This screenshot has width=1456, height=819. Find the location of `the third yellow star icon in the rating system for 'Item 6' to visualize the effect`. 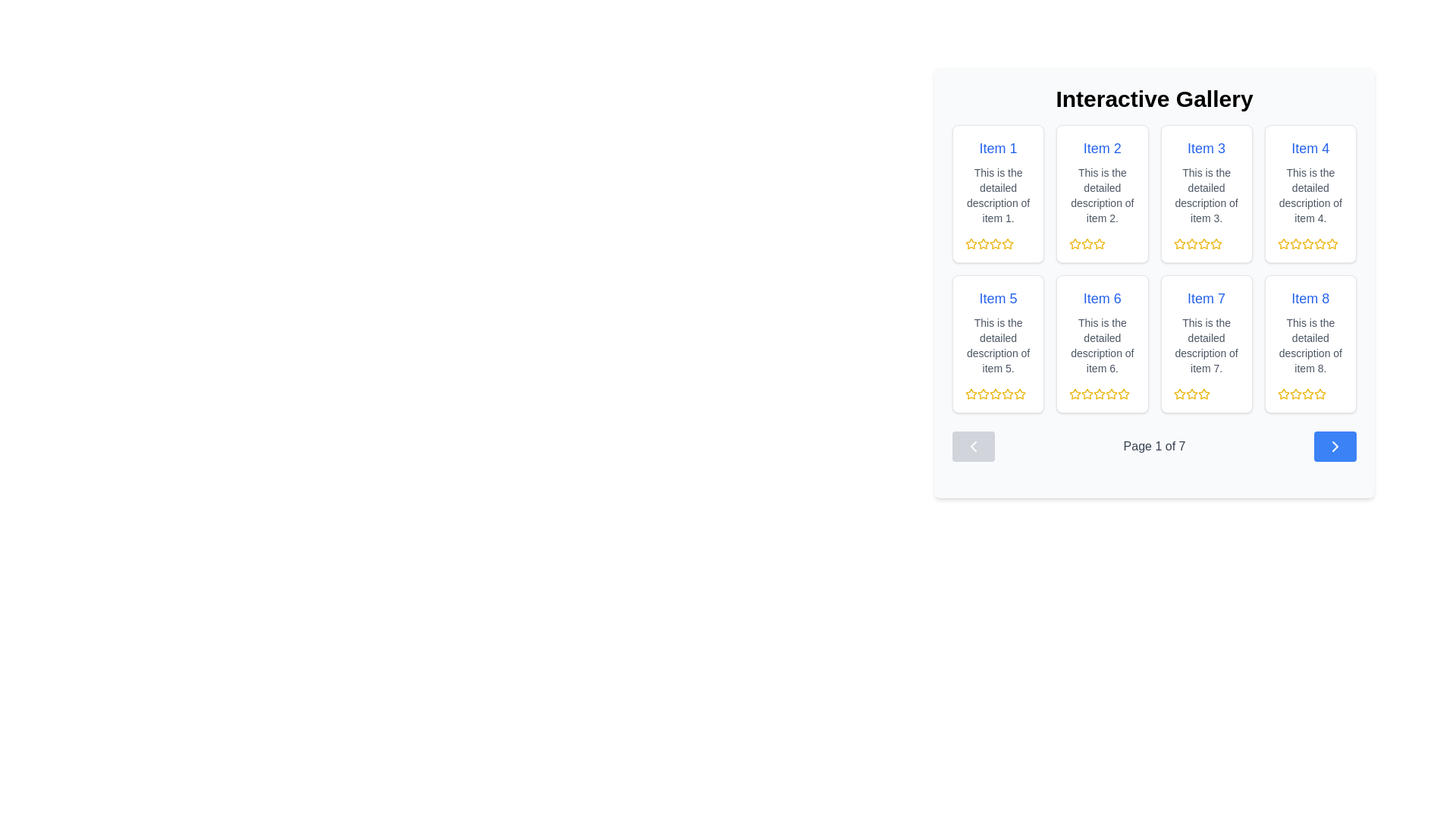

the third yellow star icon in the rating system for 'Item 6' to visualize the effect is located at coordinates (1124, 393).